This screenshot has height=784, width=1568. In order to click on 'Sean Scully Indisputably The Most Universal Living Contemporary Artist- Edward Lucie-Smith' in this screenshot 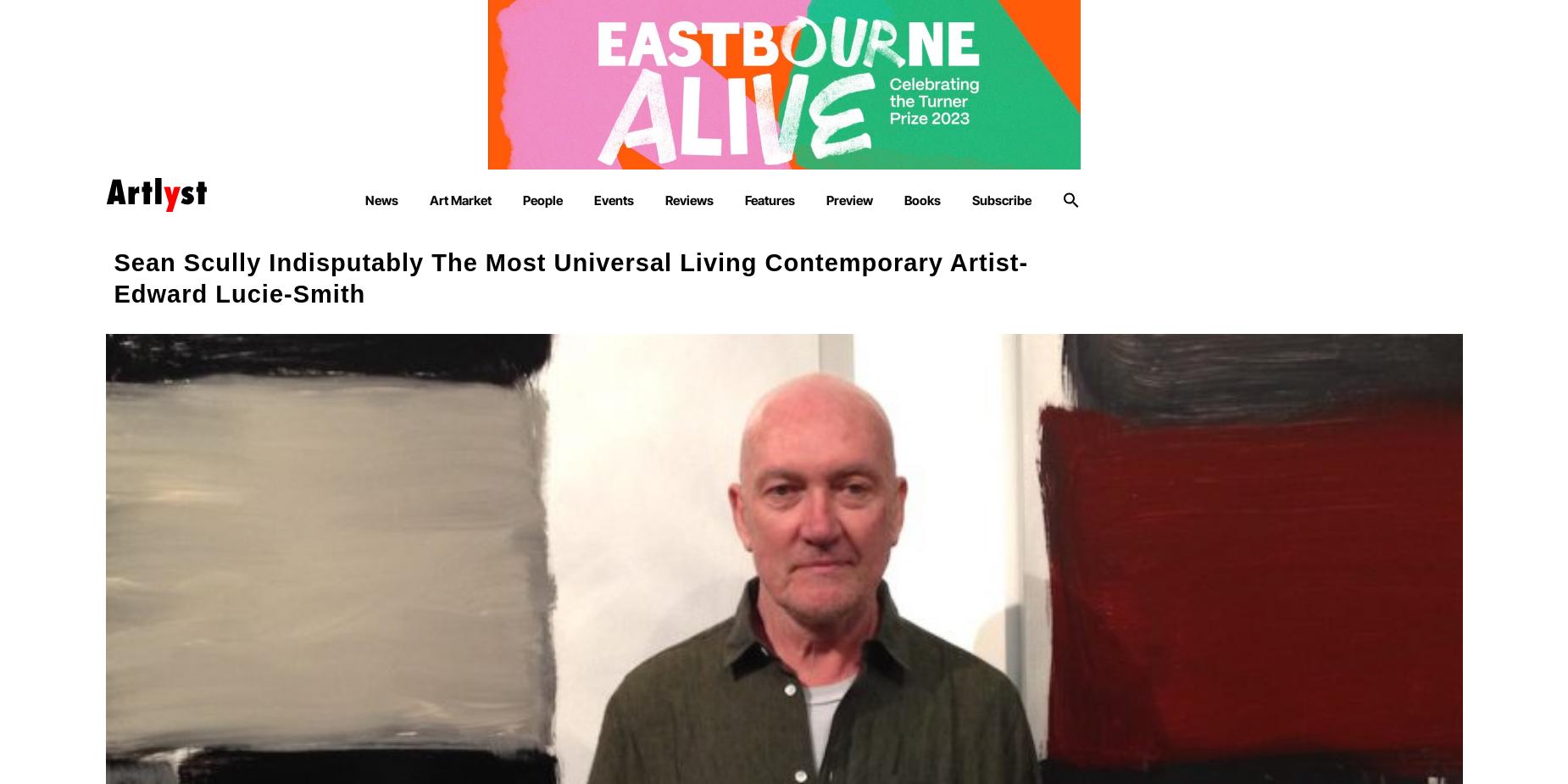, I will do `click(112, 277)`.